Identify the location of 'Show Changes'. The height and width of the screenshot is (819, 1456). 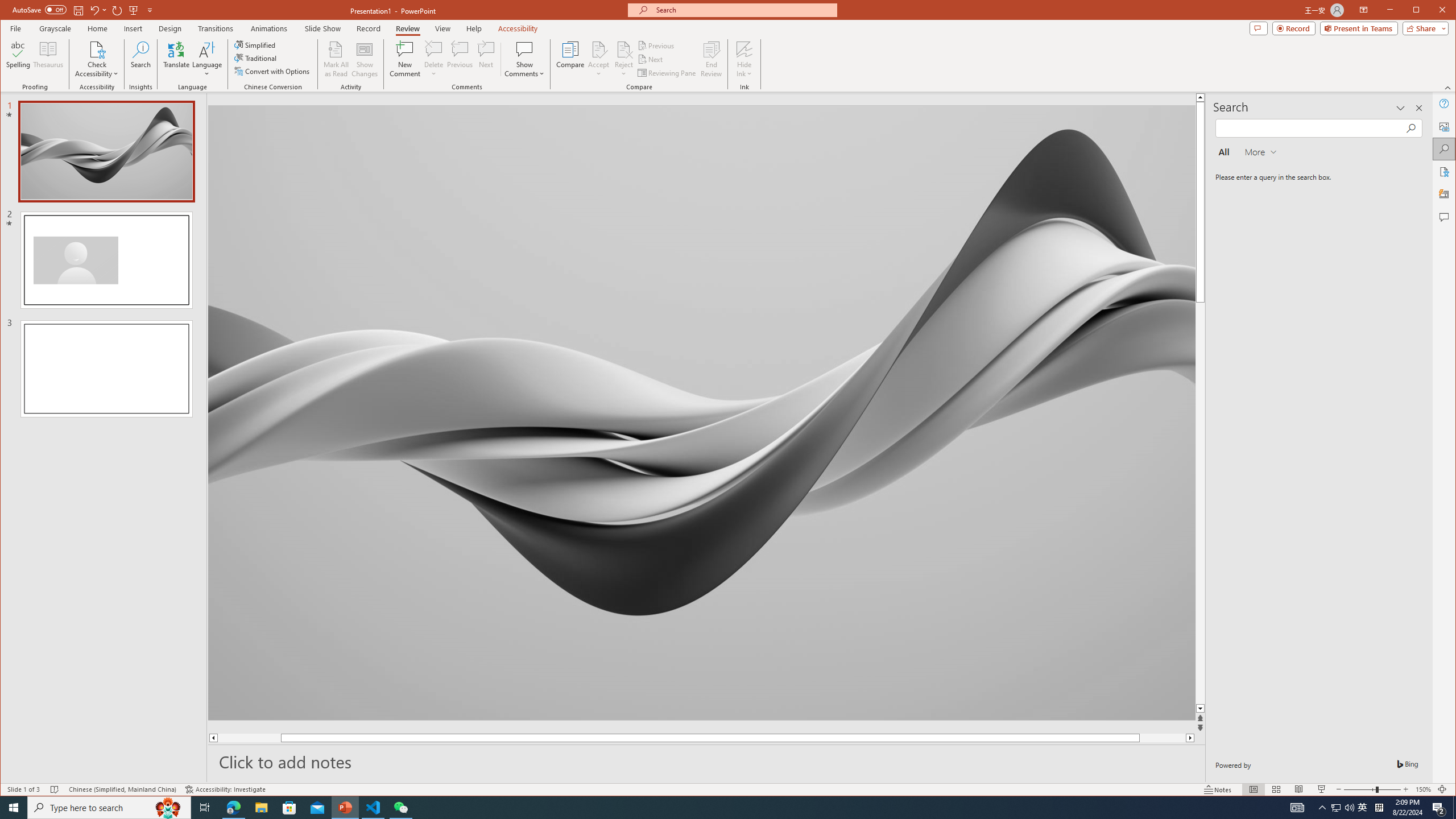
(365, 59).